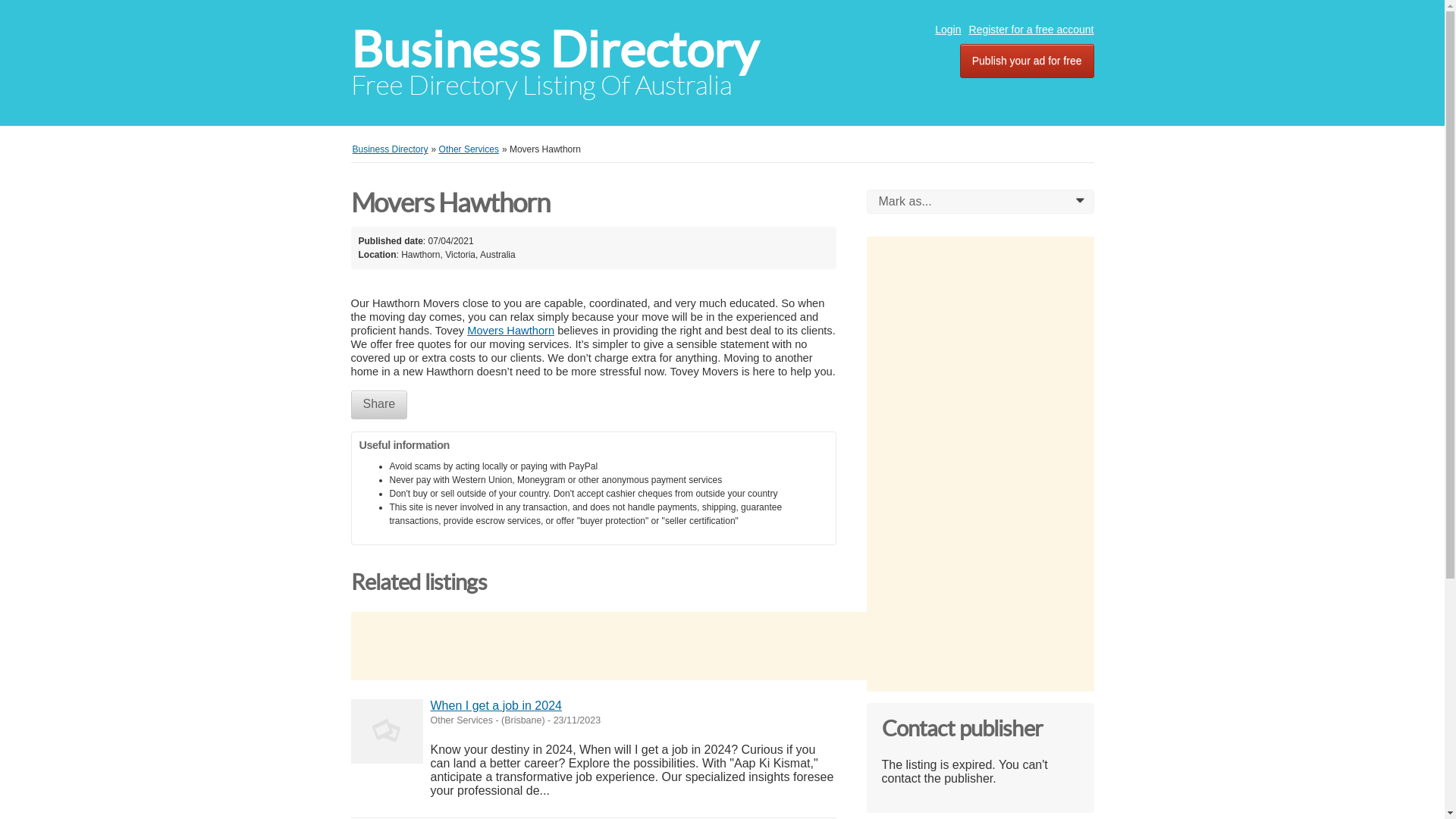 The height and width of the screenshot is (819, 1456). Describe the element at coordinates (496, 705) in the screenshot. I see `'When I get a job in 2024'` at that location.